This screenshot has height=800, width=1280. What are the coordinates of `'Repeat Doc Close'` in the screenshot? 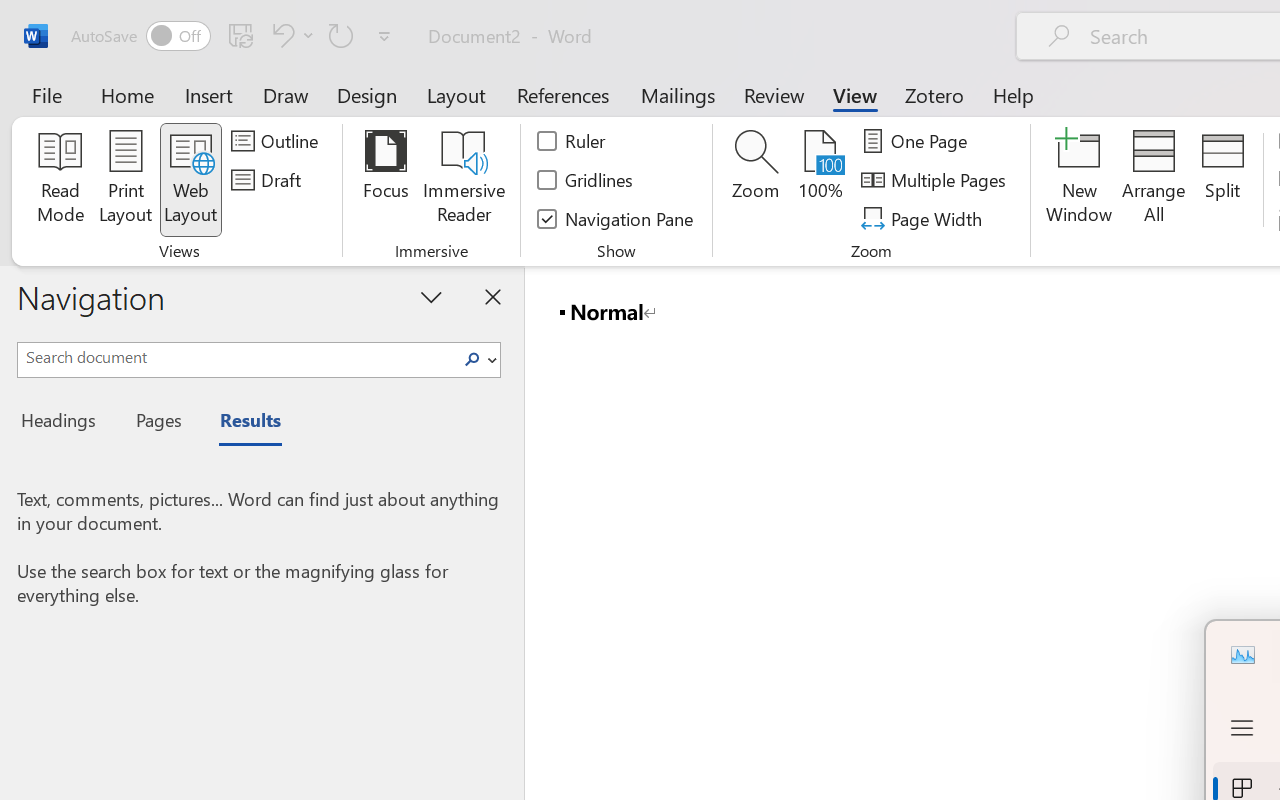 It's located at (341, 34).